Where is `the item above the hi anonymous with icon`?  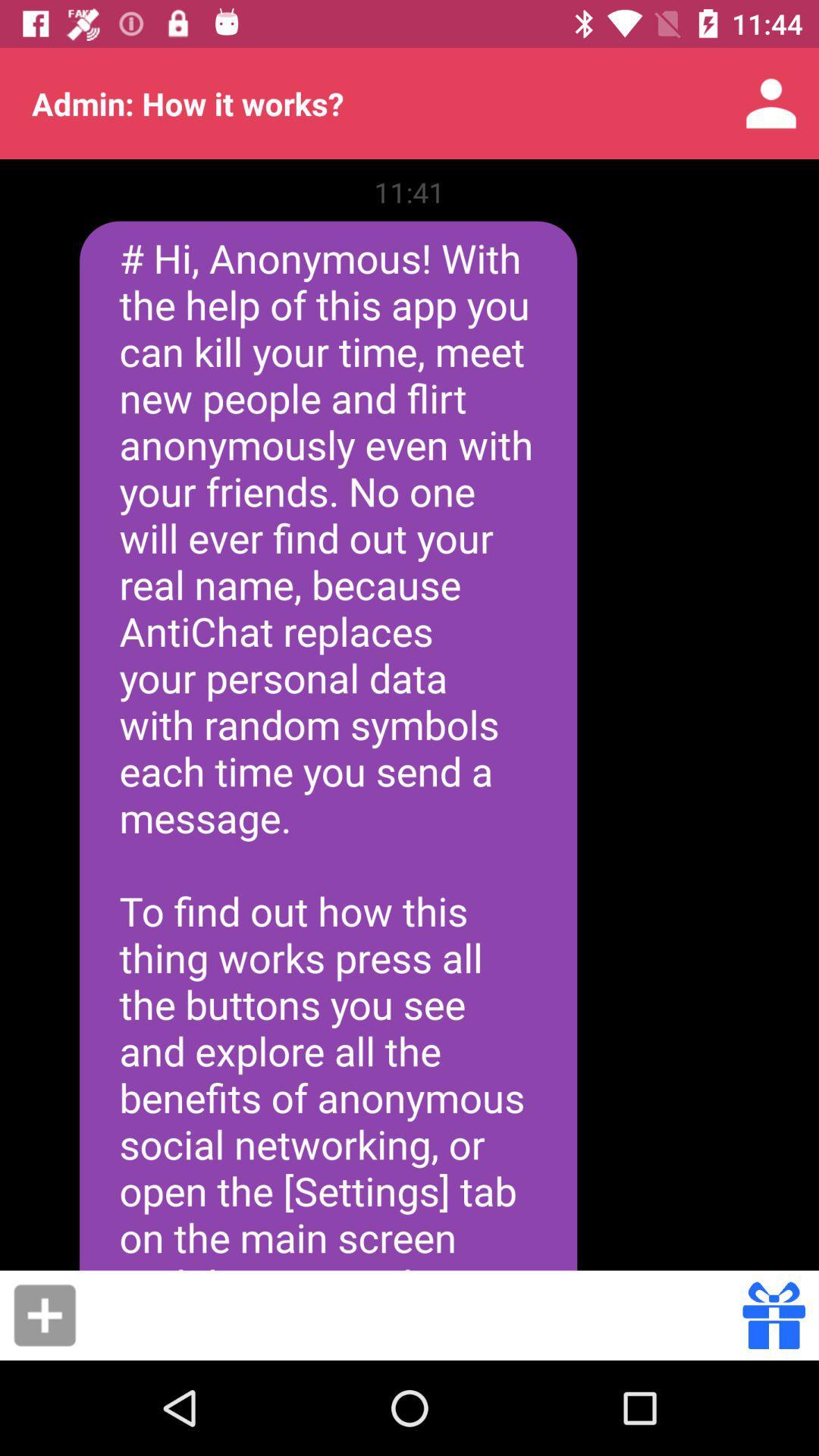
the item above the hi anonymous with icon is located at coordinates (409, 191).